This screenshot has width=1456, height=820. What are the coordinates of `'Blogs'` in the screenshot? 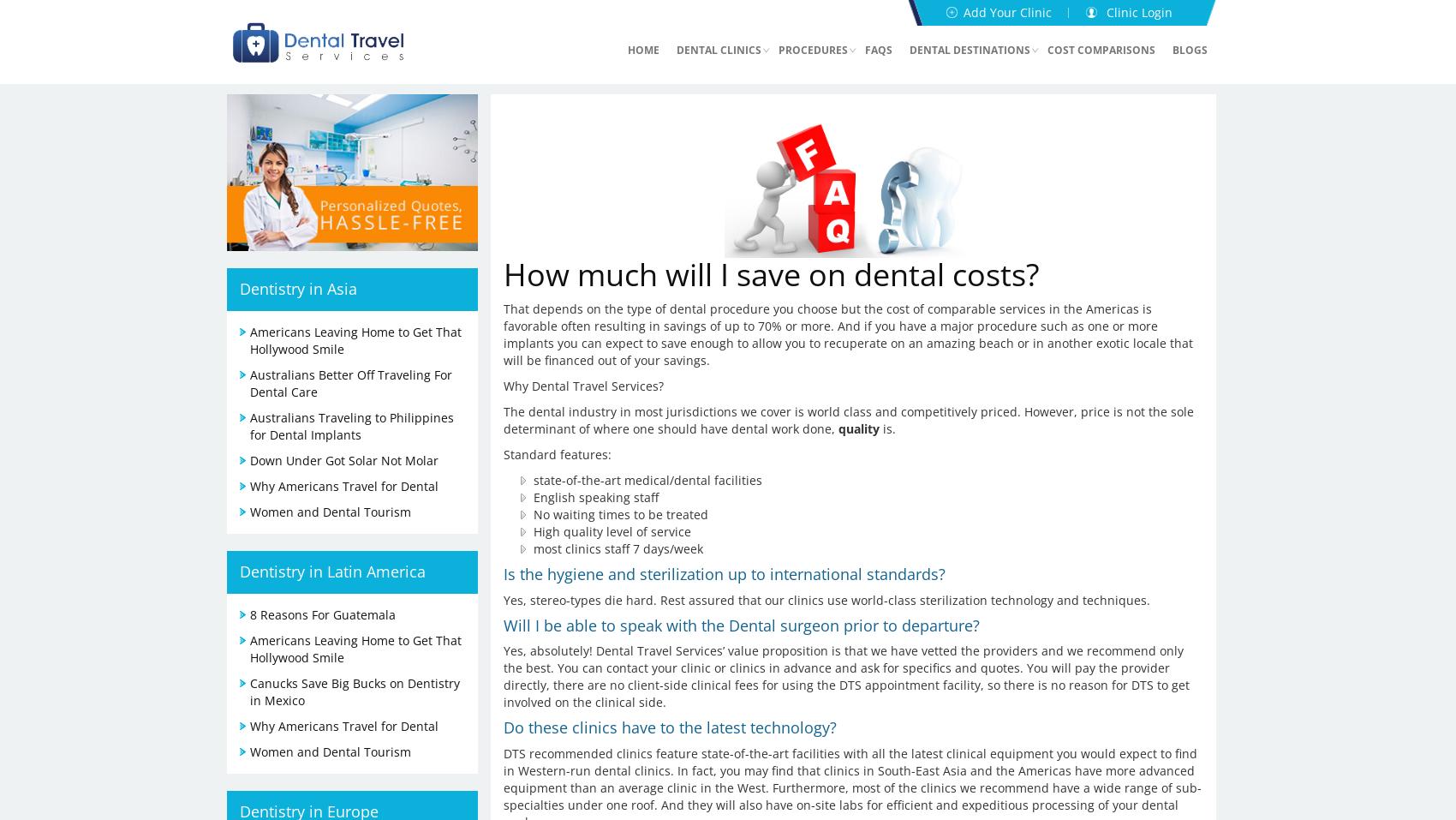 It's located at (1189, 49).